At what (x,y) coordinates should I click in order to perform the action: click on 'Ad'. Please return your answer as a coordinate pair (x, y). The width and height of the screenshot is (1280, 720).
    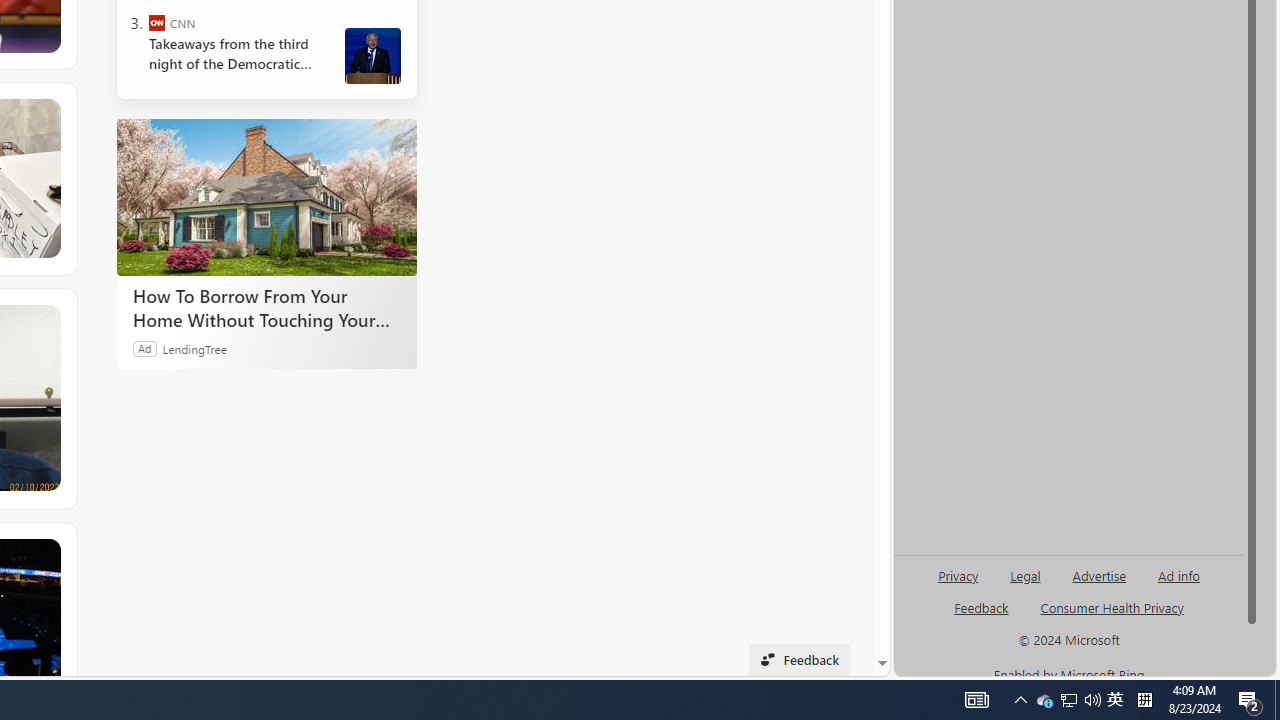
    Looking at the image, I should click on (144, 347).